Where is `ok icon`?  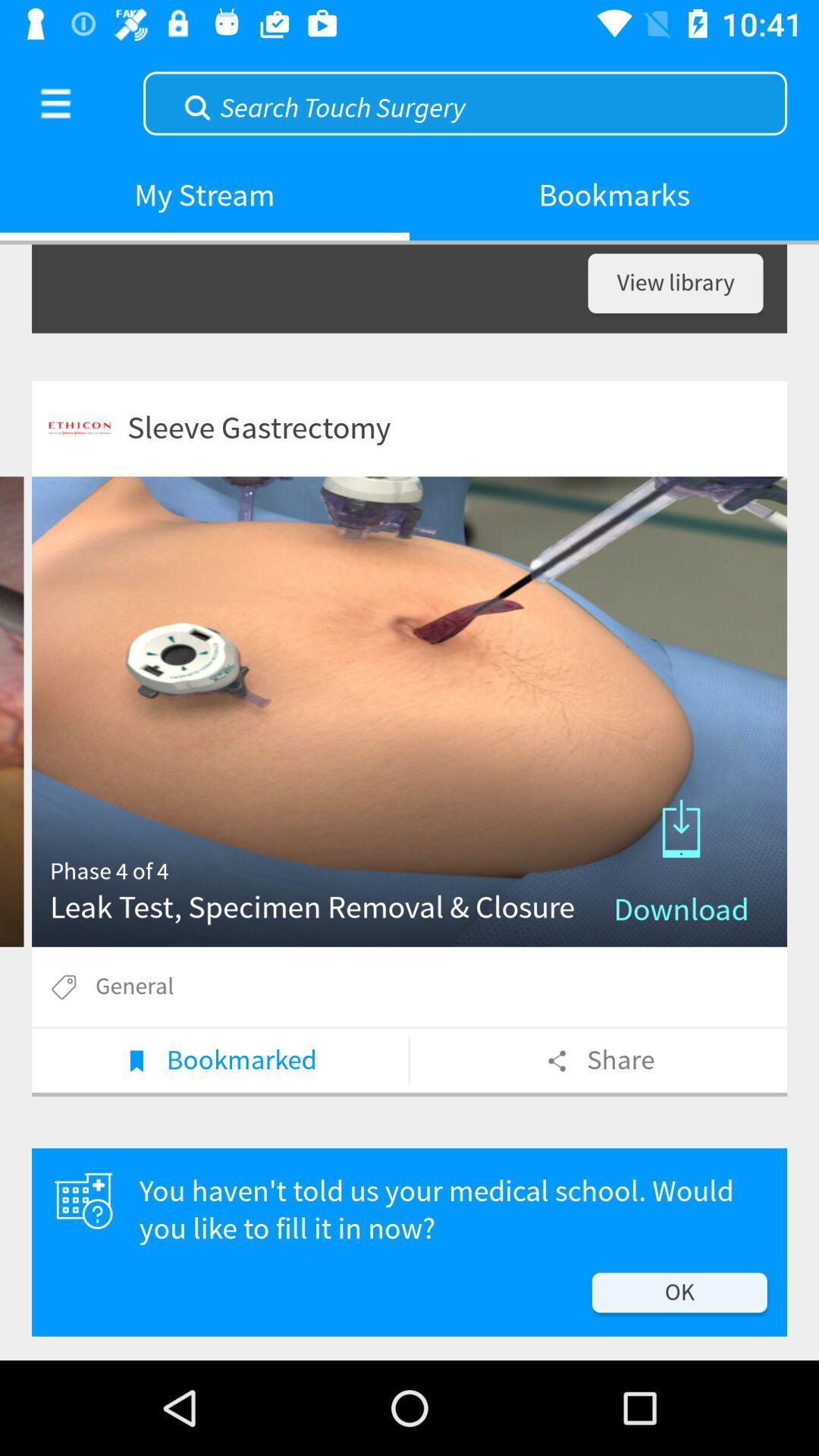 ok icon is located at coordinates (679, 1291).